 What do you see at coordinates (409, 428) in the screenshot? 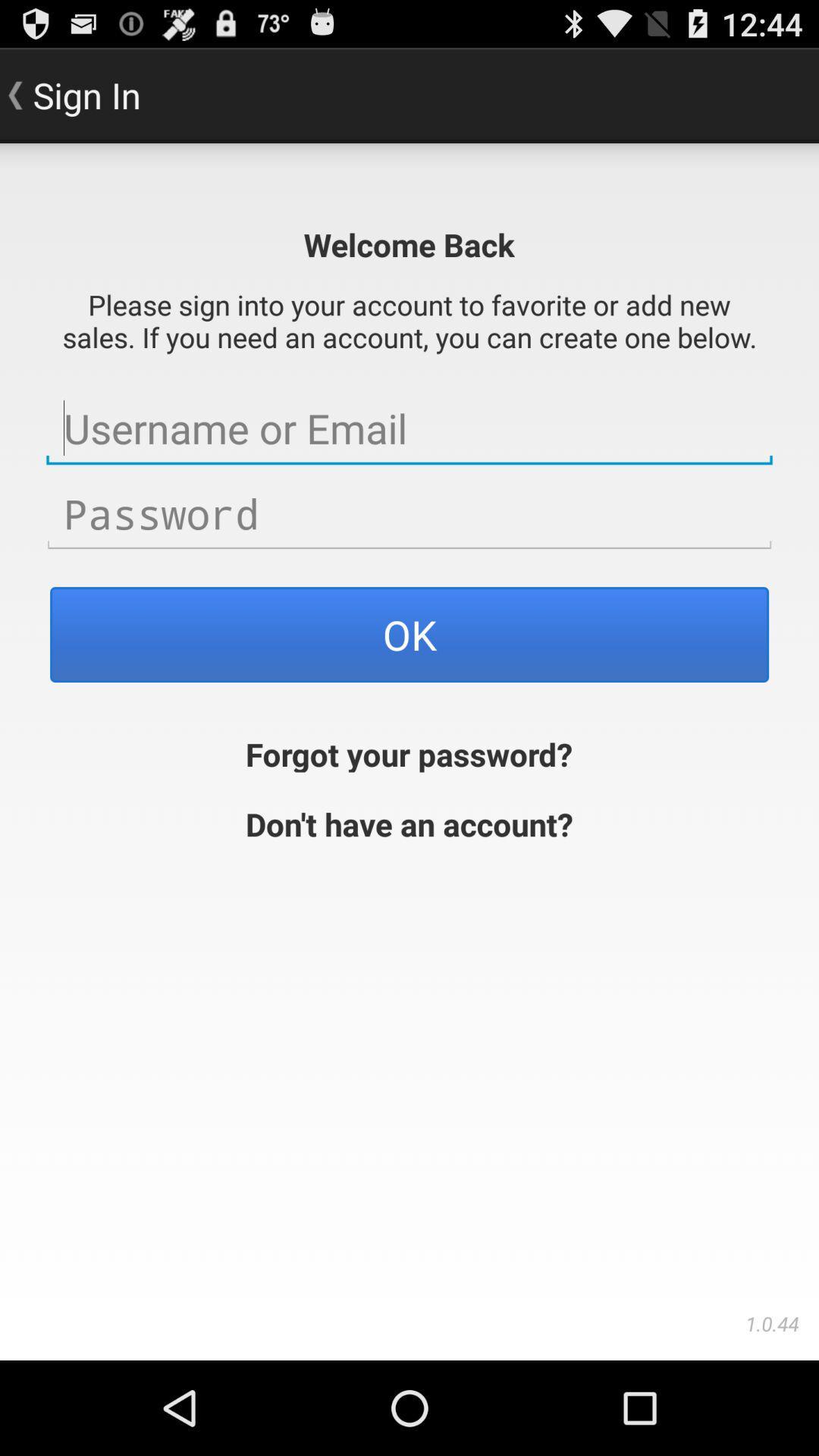
I see `username or email` at bounding box center [409, 428].